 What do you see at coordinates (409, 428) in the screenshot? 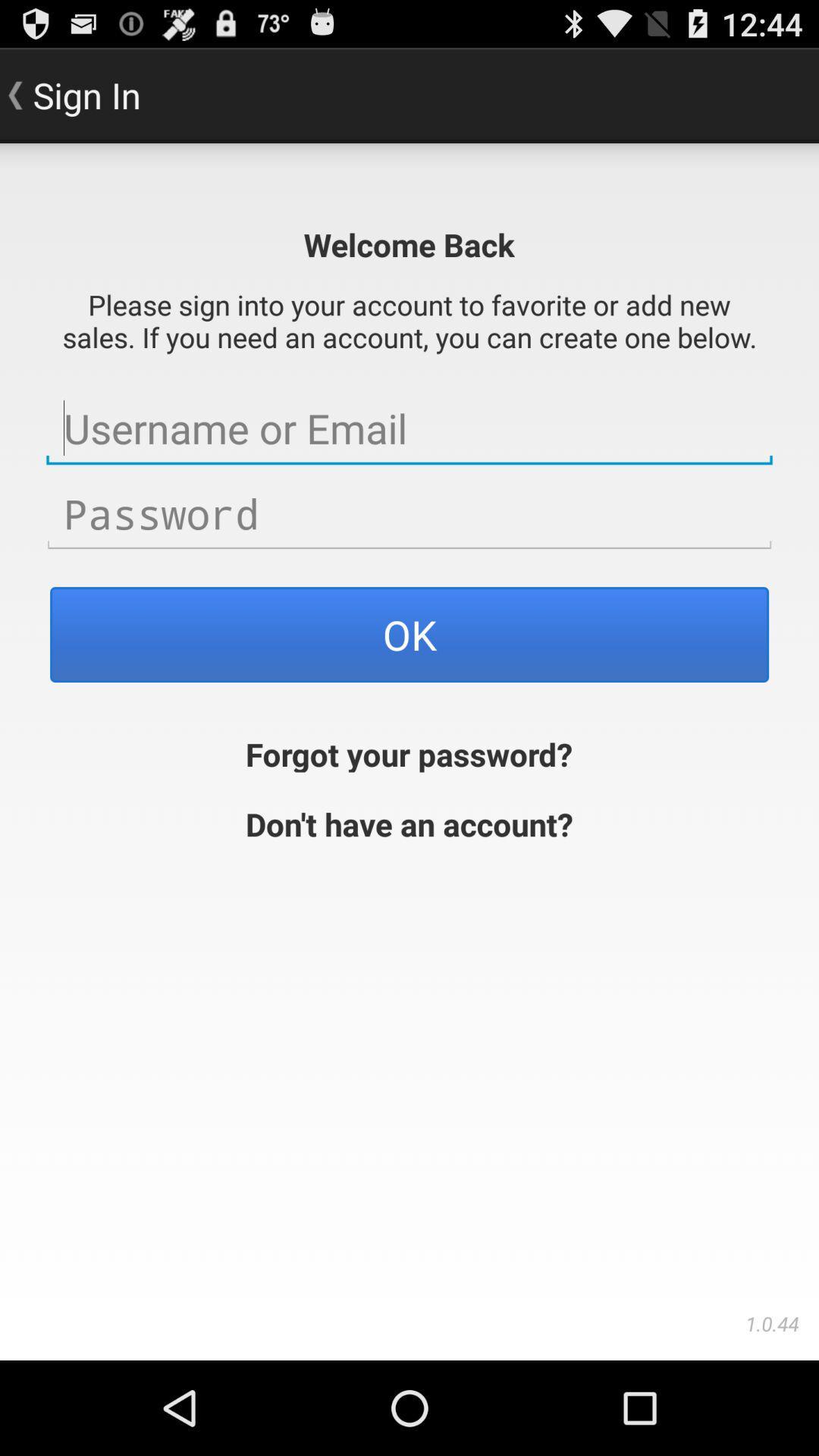
I see `username or email` at bounding box center [409, 428].